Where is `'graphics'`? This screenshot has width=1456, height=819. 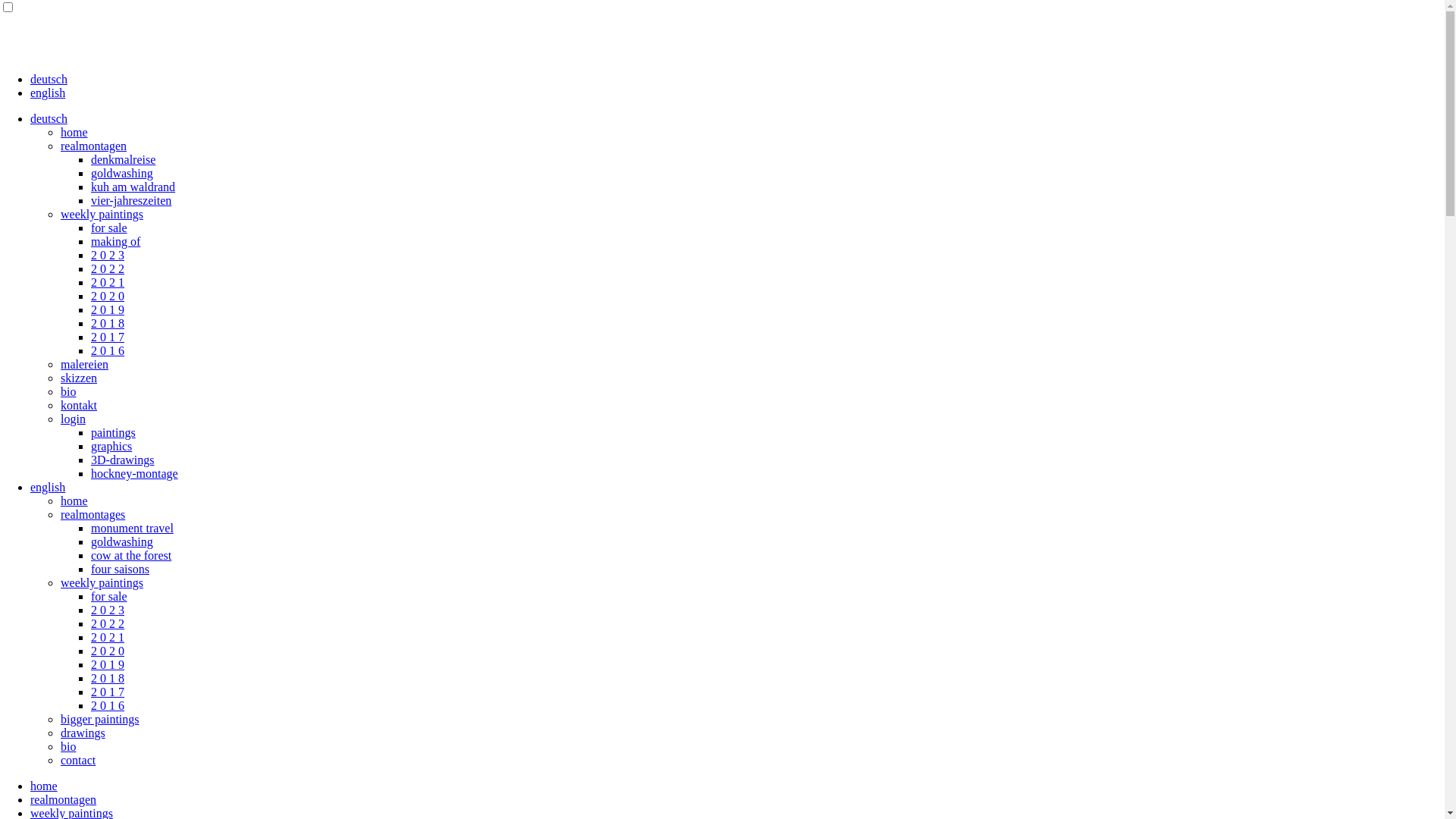
'graphics' is located at coordinates (111, 445).